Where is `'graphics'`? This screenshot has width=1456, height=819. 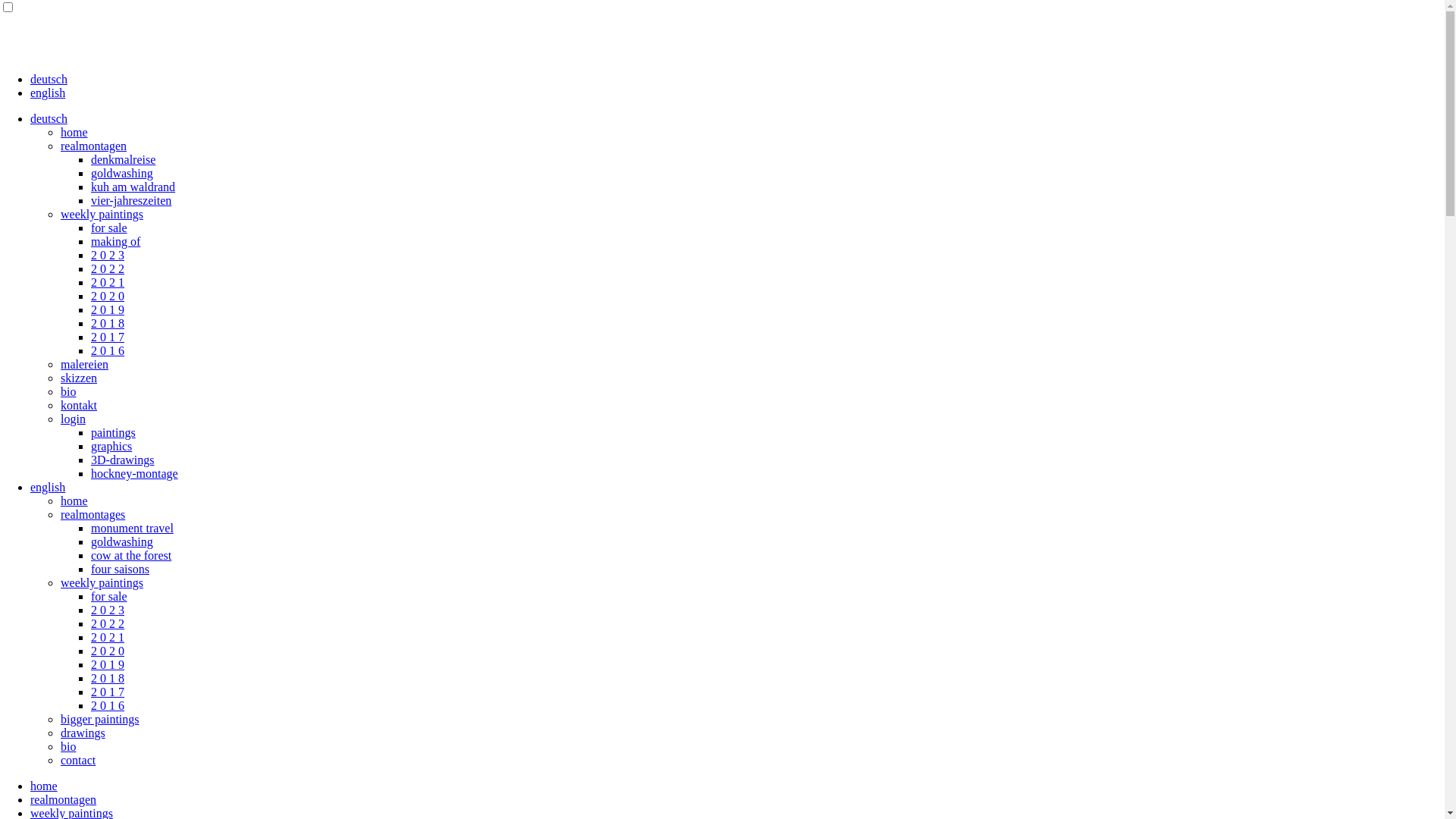
'graphics' is located at coordinates (111, 445).